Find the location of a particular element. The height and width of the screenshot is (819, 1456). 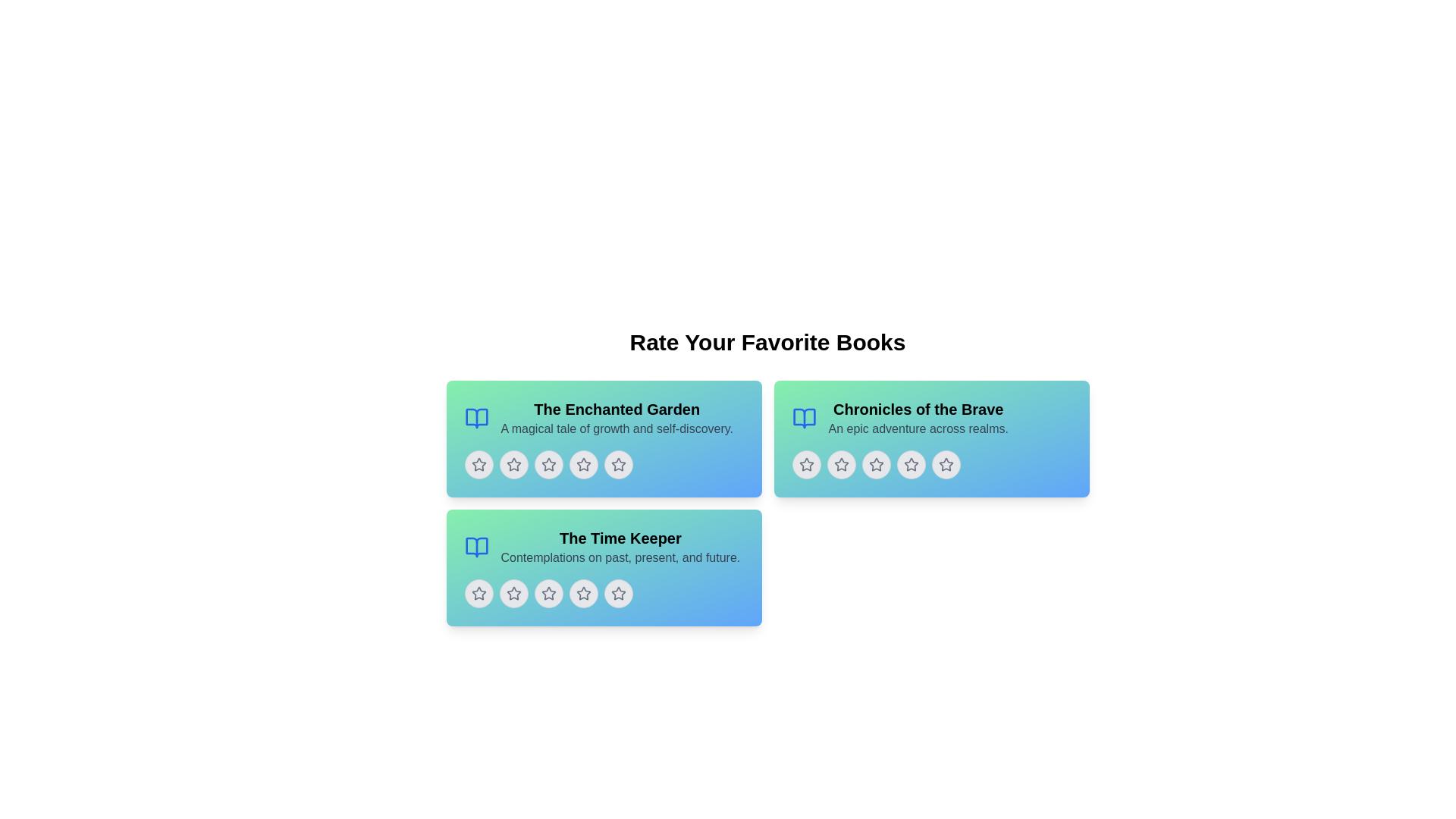

the first star rating icon located beneath the text 'The Time Keeper' is located at coordinates (478, 593).